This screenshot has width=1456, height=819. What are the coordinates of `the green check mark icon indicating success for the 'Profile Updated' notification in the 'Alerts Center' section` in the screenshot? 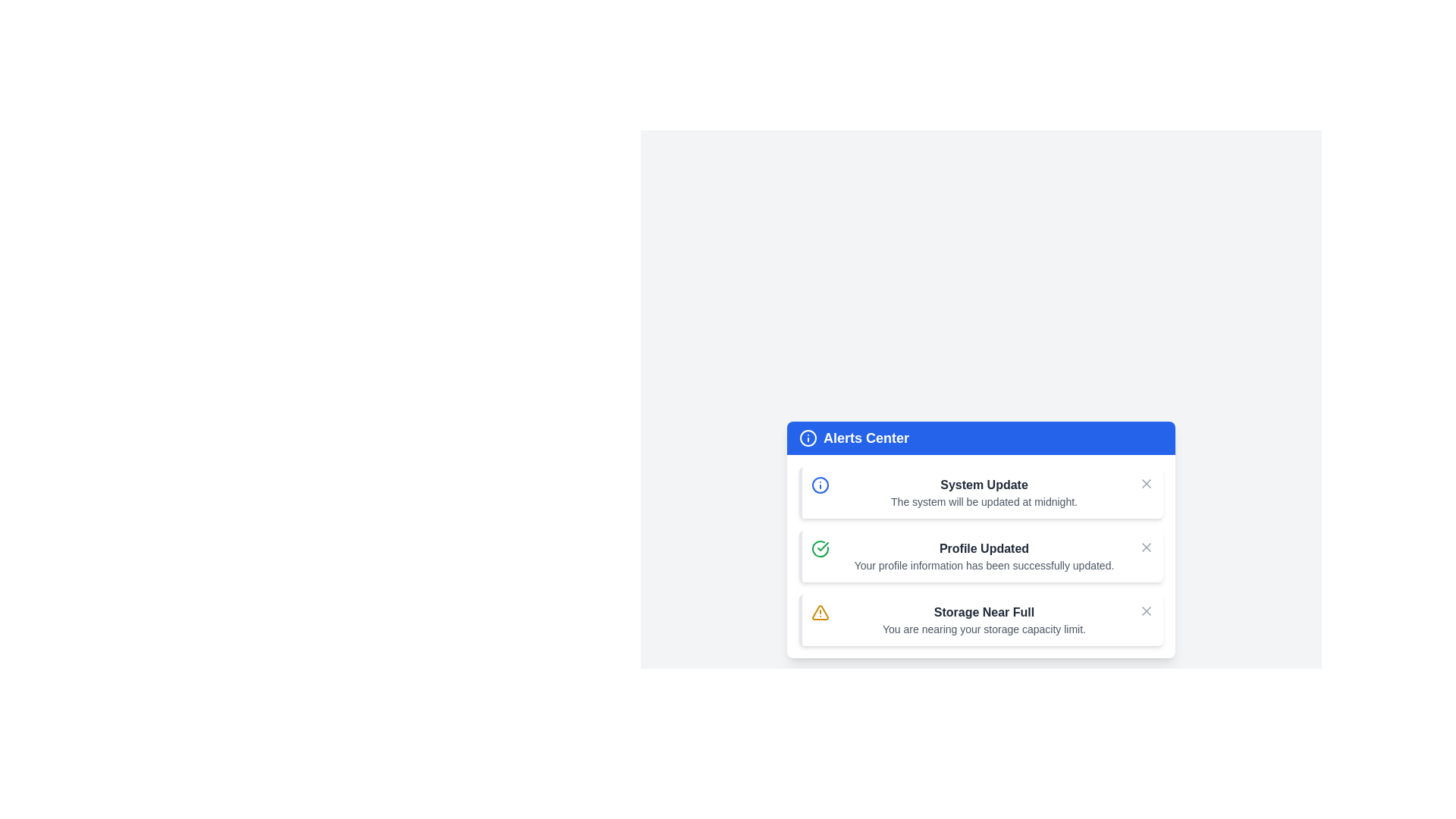 It's located at (822, 547).